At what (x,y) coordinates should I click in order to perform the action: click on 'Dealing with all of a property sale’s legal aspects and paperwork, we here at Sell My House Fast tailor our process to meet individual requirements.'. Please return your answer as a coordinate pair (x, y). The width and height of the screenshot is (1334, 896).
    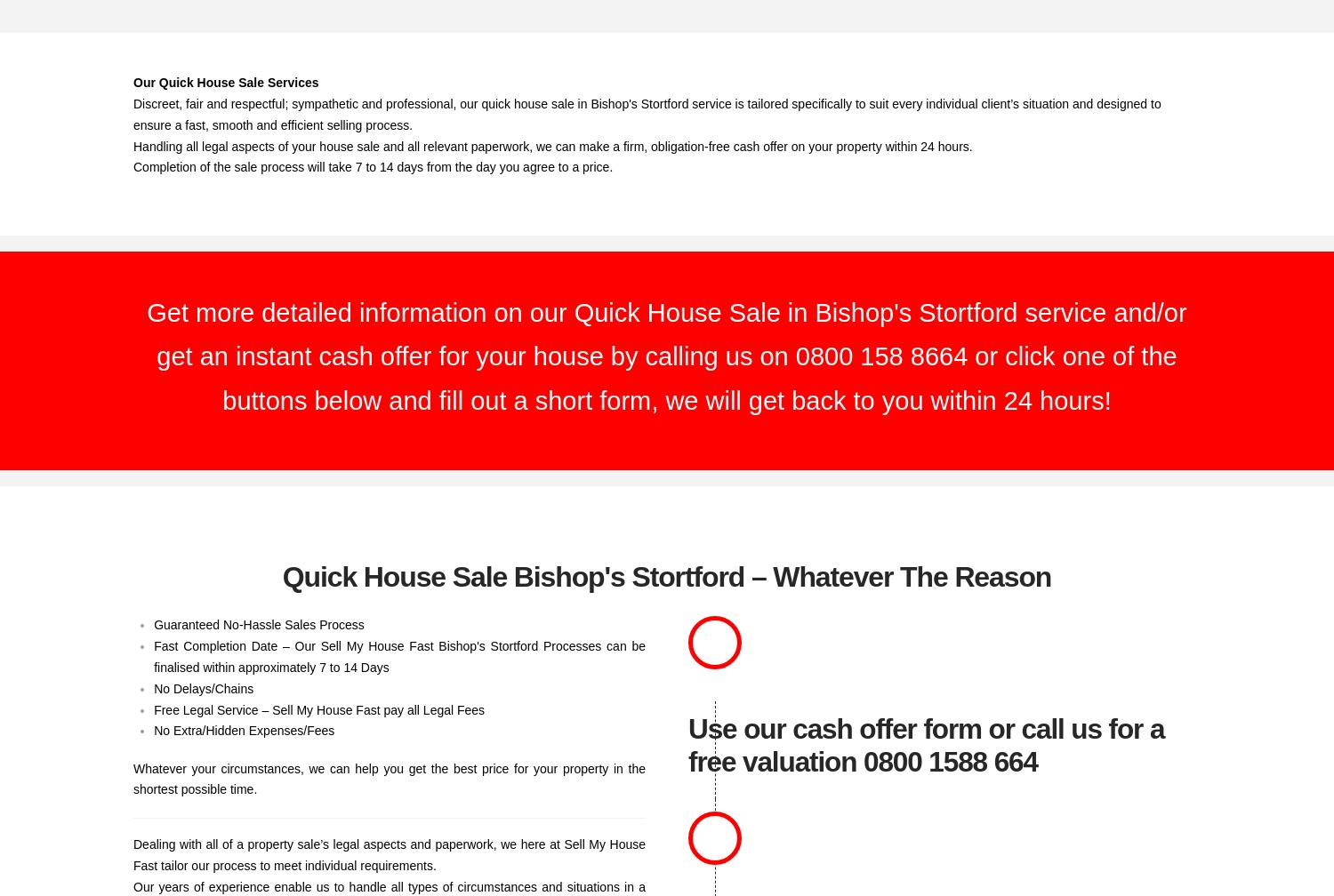
    Looking at the image, I should click on (390, 854).